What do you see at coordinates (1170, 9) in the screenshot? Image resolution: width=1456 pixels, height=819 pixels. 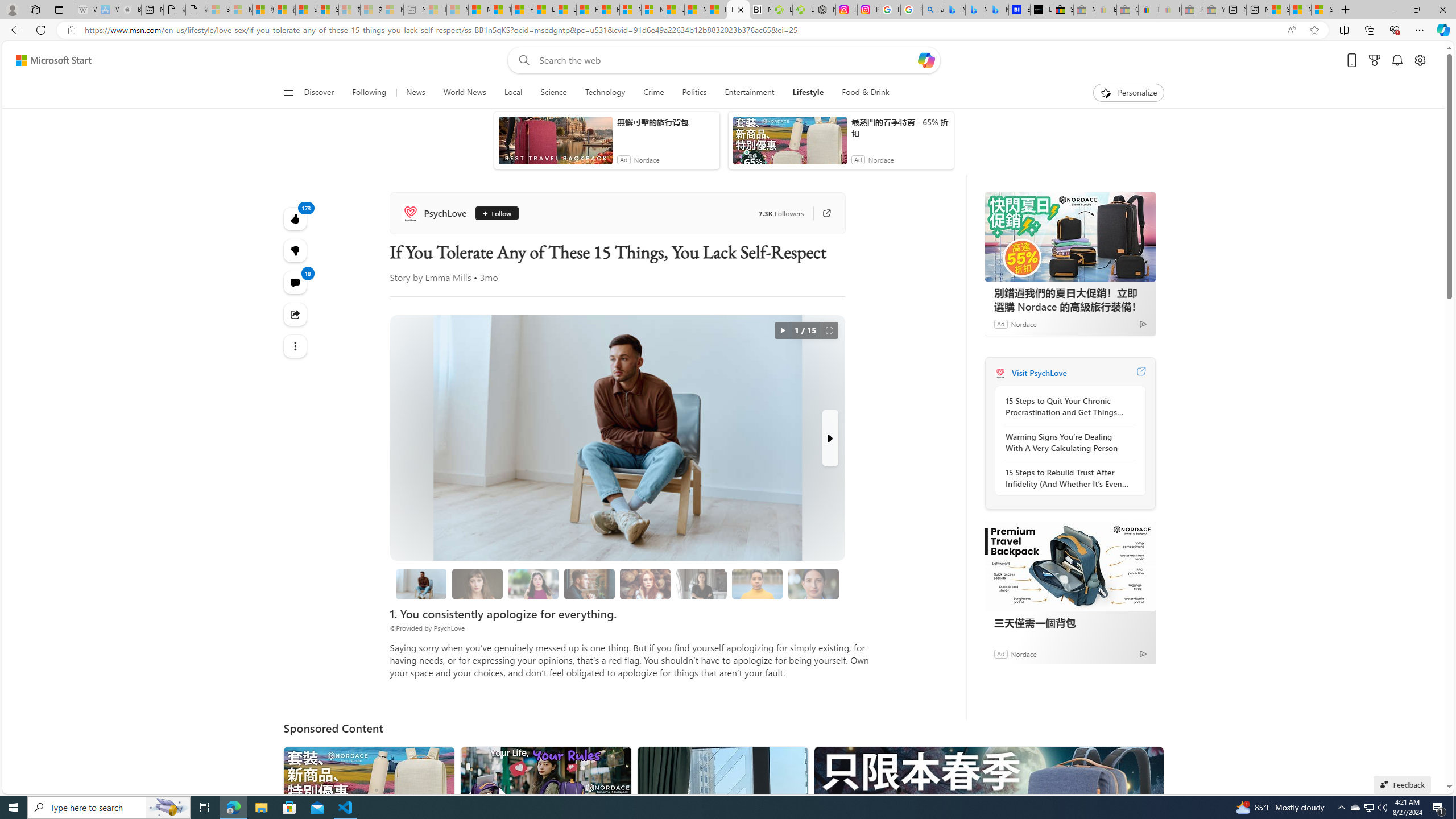 I see `'Payments Terms of Use | eBay.com - Sleeping'` at bounding box center [1170, 9].